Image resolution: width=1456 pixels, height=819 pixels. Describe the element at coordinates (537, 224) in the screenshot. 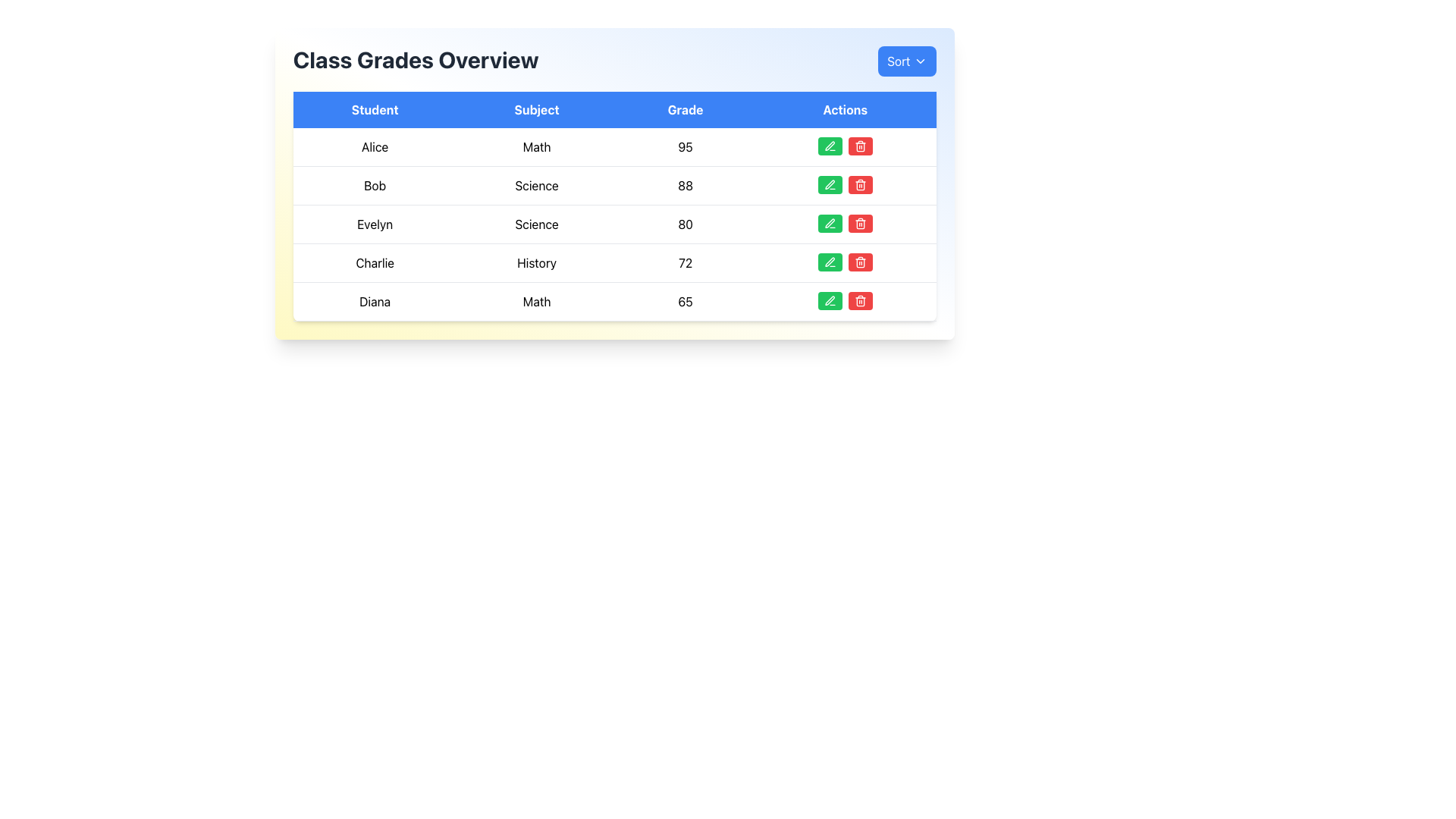

I see `the static text label displaying 'Science' located in the second column of the table, under the 'Subject' header` at that location.